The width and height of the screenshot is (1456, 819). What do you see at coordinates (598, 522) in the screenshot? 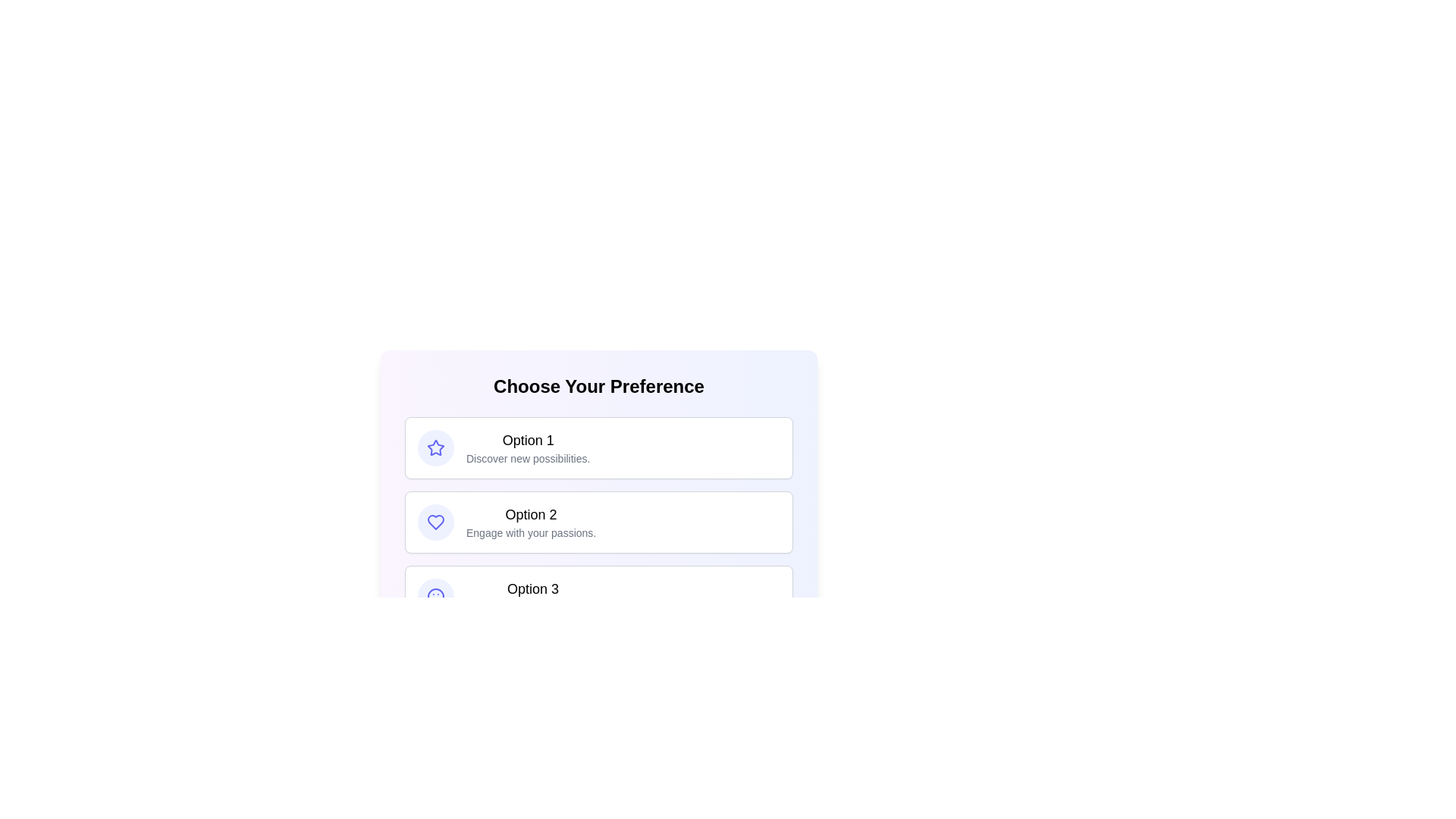
I see `keyboard navigation` at bounding box center [598, 522].